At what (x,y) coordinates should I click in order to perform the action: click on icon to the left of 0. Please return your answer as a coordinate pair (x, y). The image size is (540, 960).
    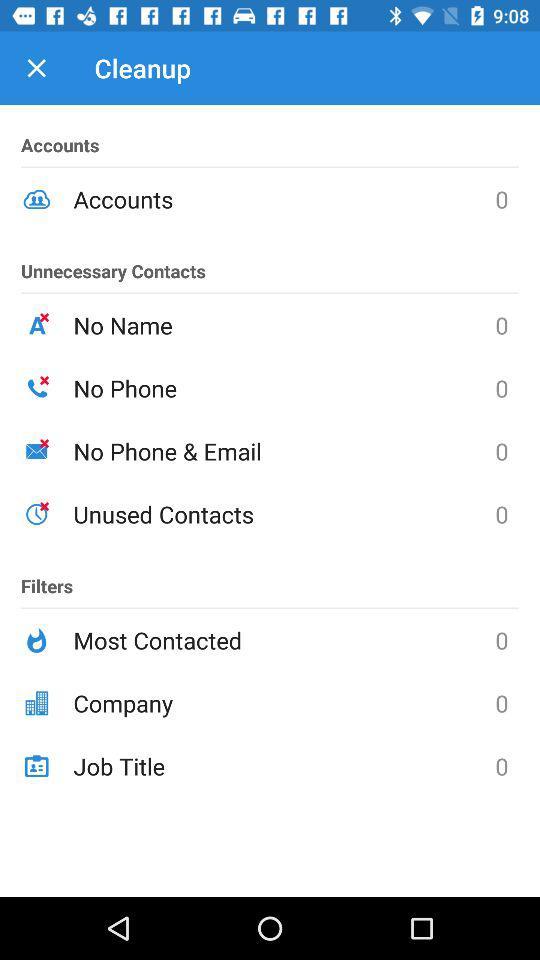
    Looking at the image, I should click on (283, 325).